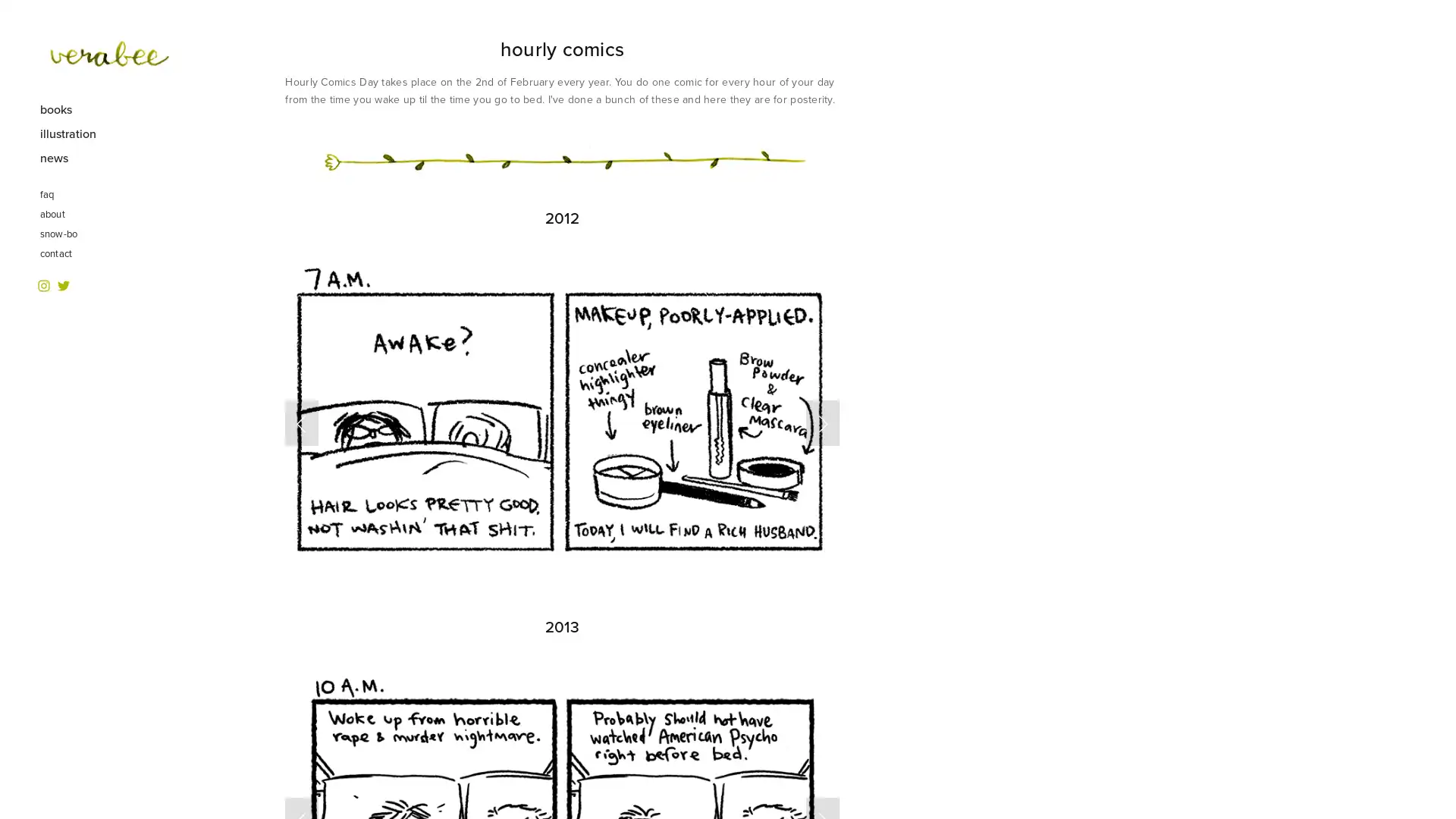  I want to click on Previous Slide, so click(302, 423).